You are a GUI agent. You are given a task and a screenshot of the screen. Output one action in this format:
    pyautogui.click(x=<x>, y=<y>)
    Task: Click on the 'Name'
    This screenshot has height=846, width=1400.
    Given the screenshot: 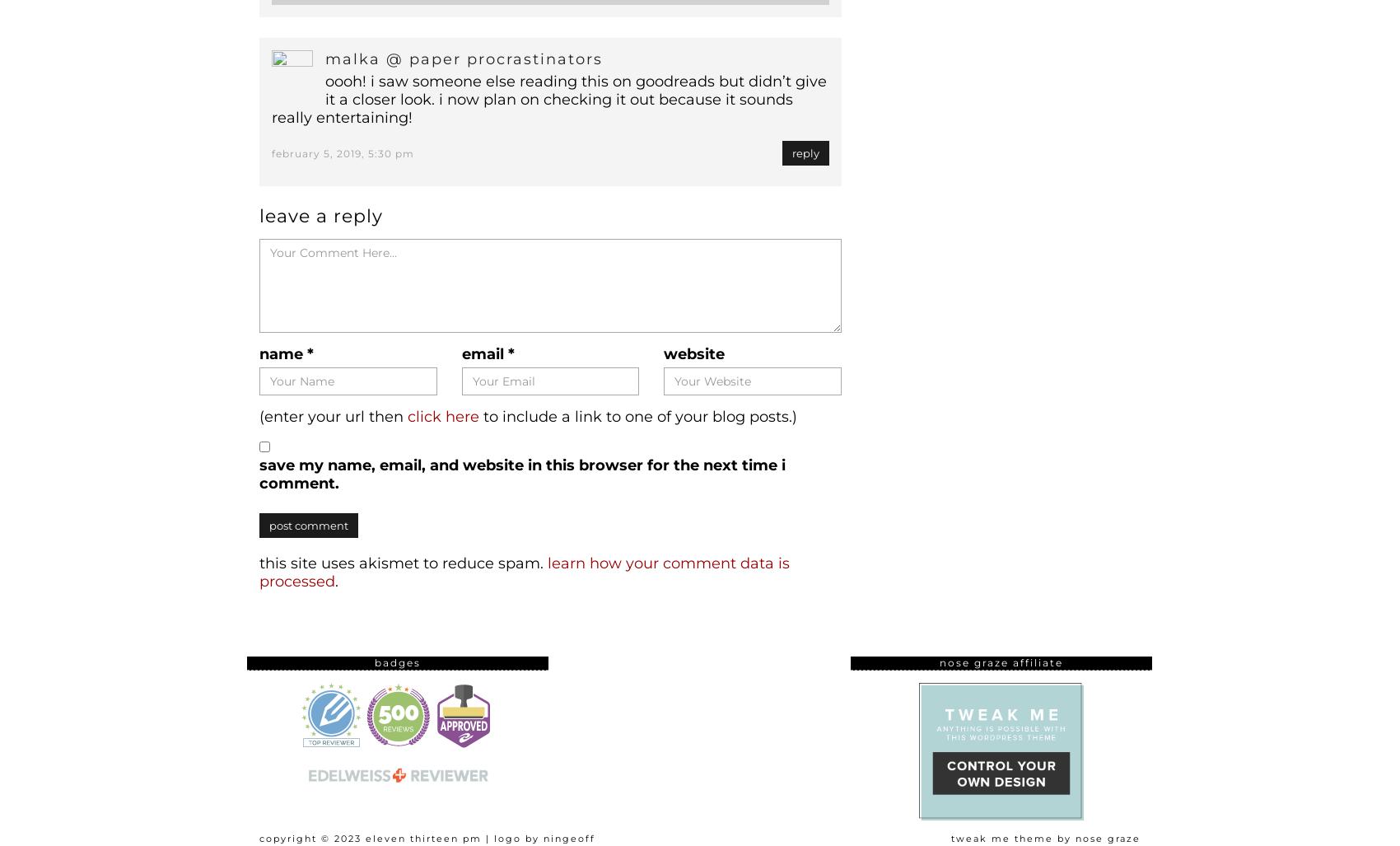 What is the action you would take?
    pyautogui.click(x=259, y=353)
    